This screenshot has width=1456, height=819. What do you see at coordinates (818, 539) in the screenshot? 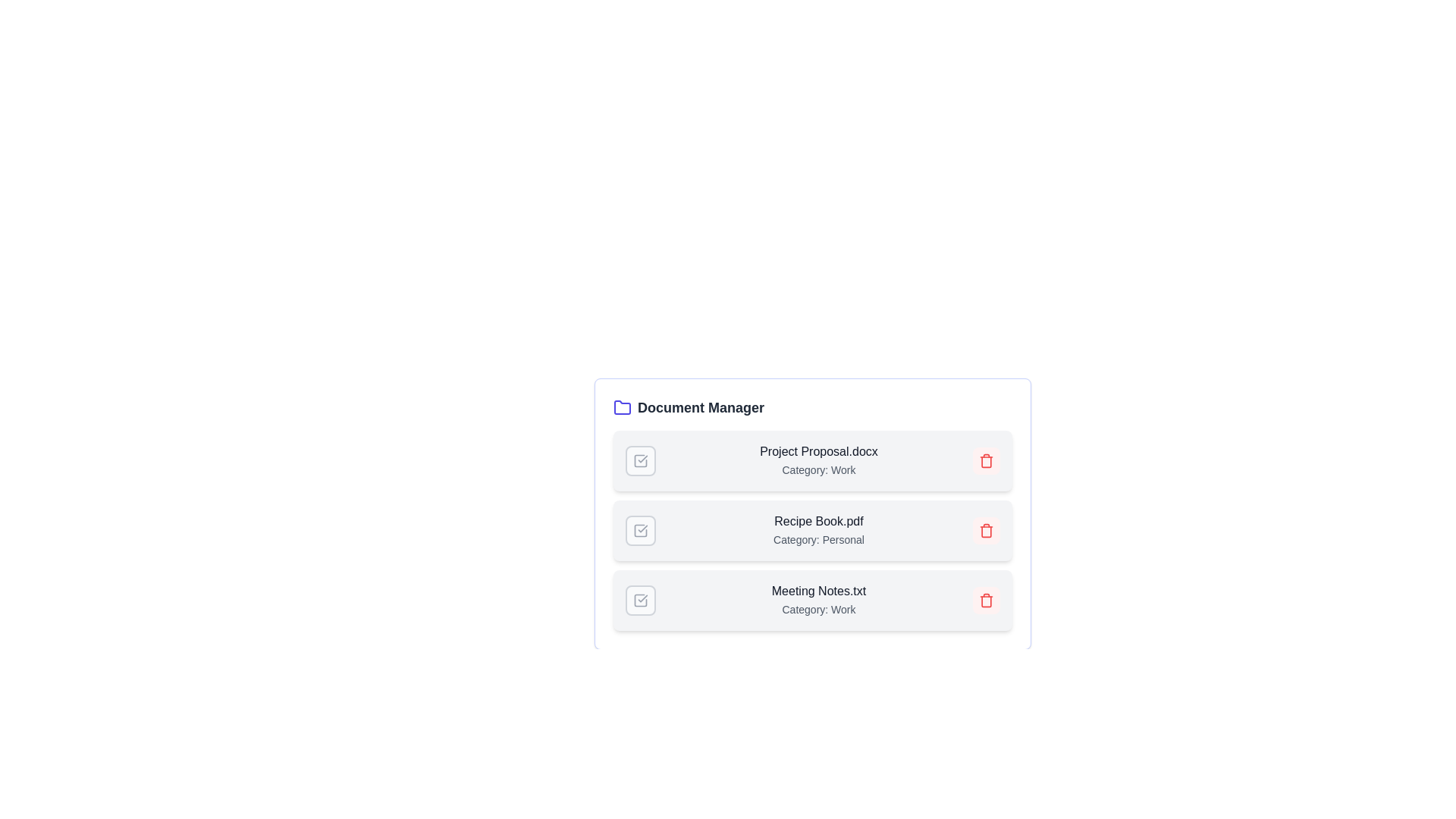
I see `the Text Label displaying 'Category: Personal' that is located beneath the 'Recipe Book.pdf' label in the document list` at bounding box center [818, 539].